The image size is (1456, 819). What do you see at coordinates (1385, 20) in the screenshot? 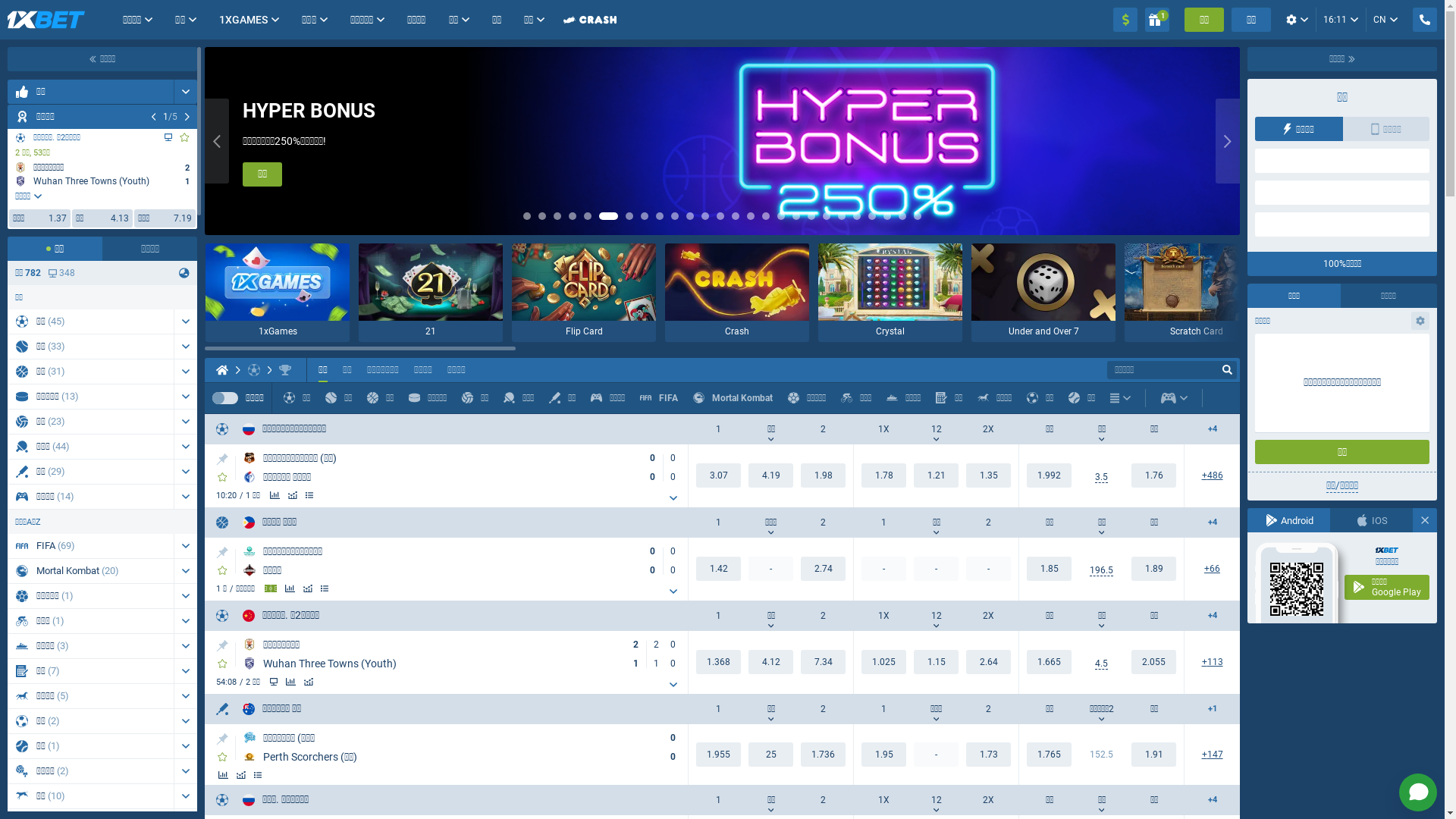
I see `'CN'` at bounding box center [1385, 20].